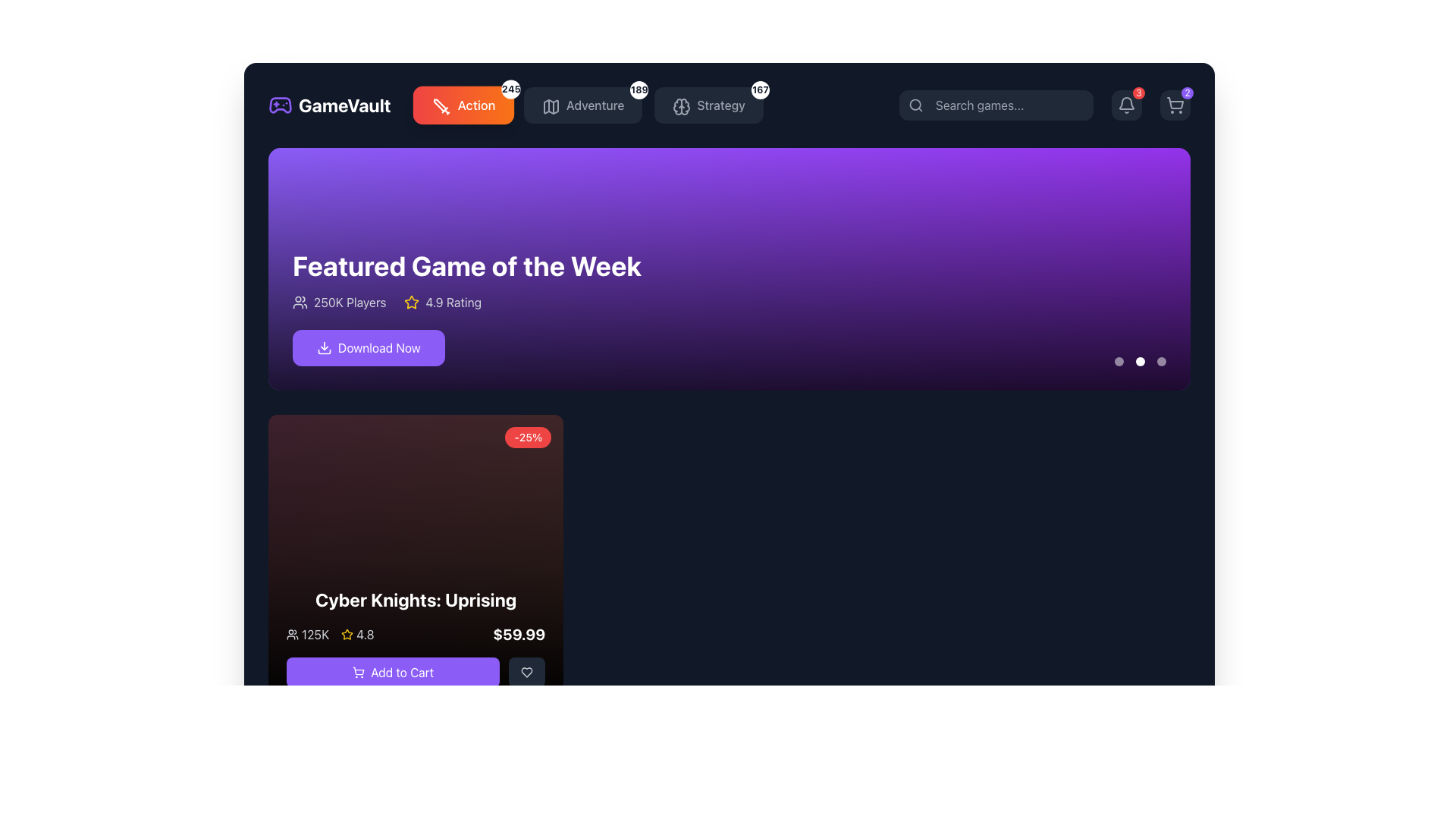  Describe the element at coordinates (315, 635) in the screenshot. I see `the text label displaying '125K' in a gray font, which is aligned with user engagement metrics under the 'Cyber Knights: Uprising' card` at that location.